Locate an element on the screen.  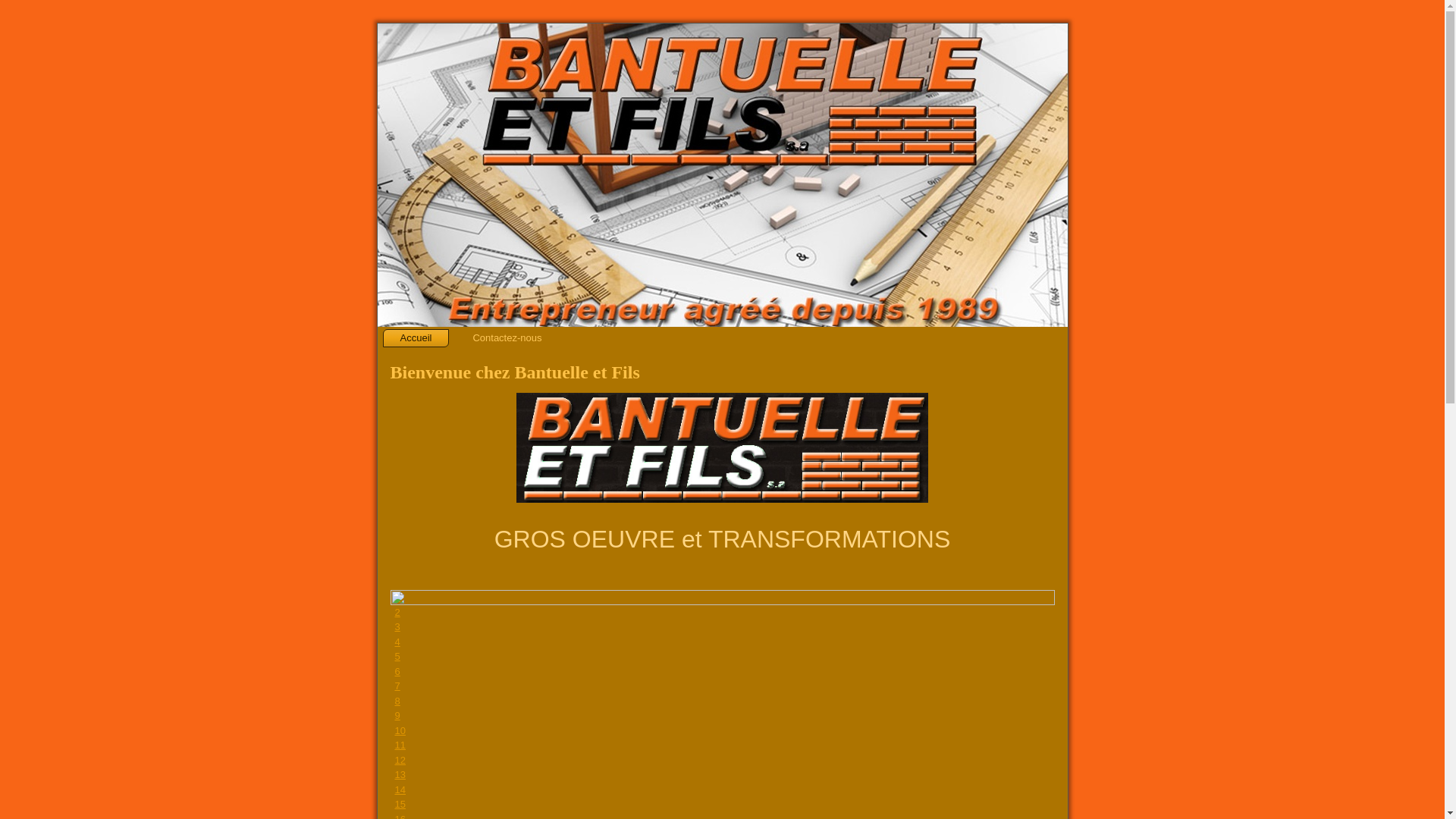
'2' is located at coordinates (397, 611).